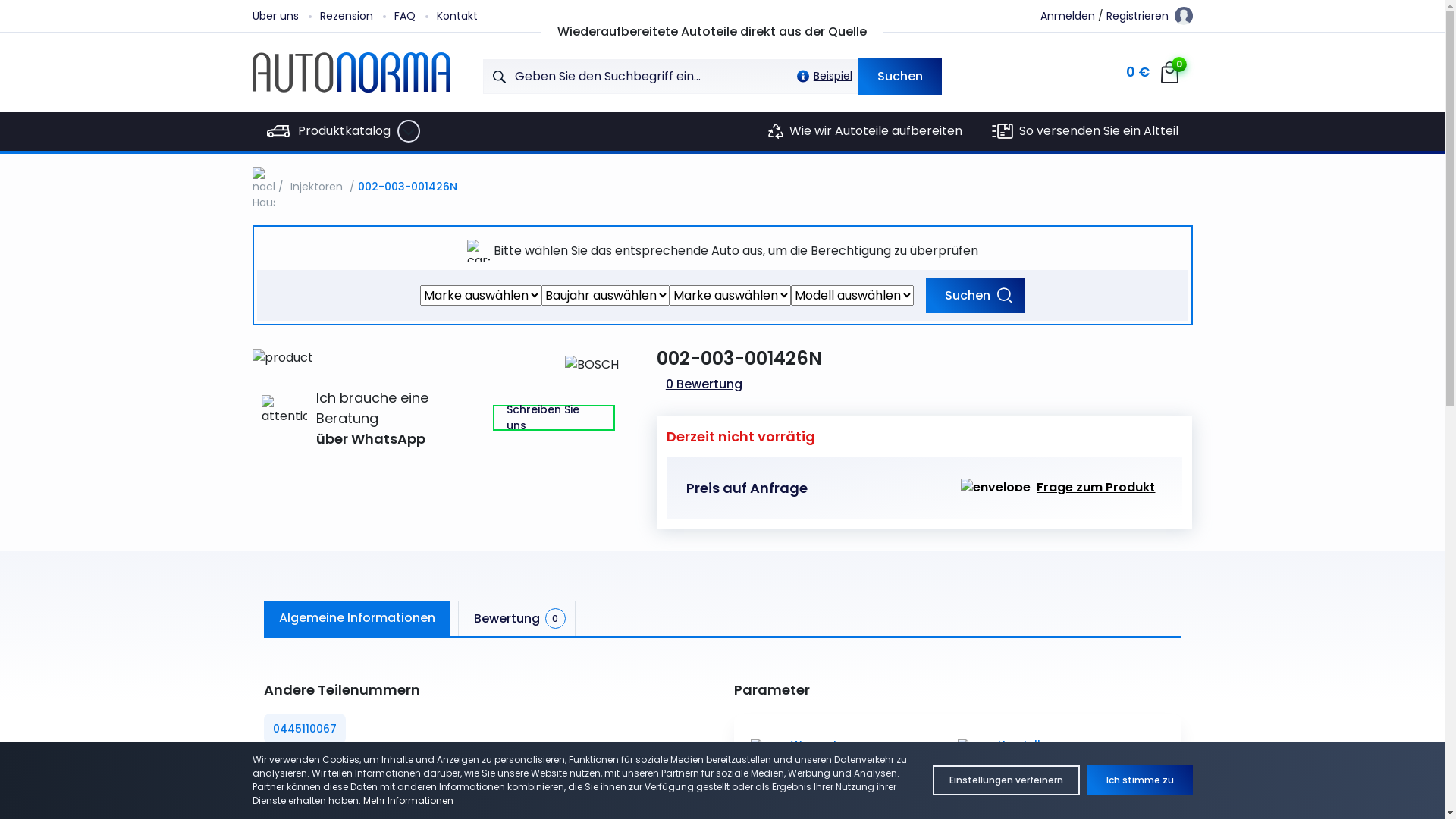 This screenshot has height=819, width=1456. Describe the element at coordinates (516, 618) in the screenshot. I see `'Bewertung` at that location.